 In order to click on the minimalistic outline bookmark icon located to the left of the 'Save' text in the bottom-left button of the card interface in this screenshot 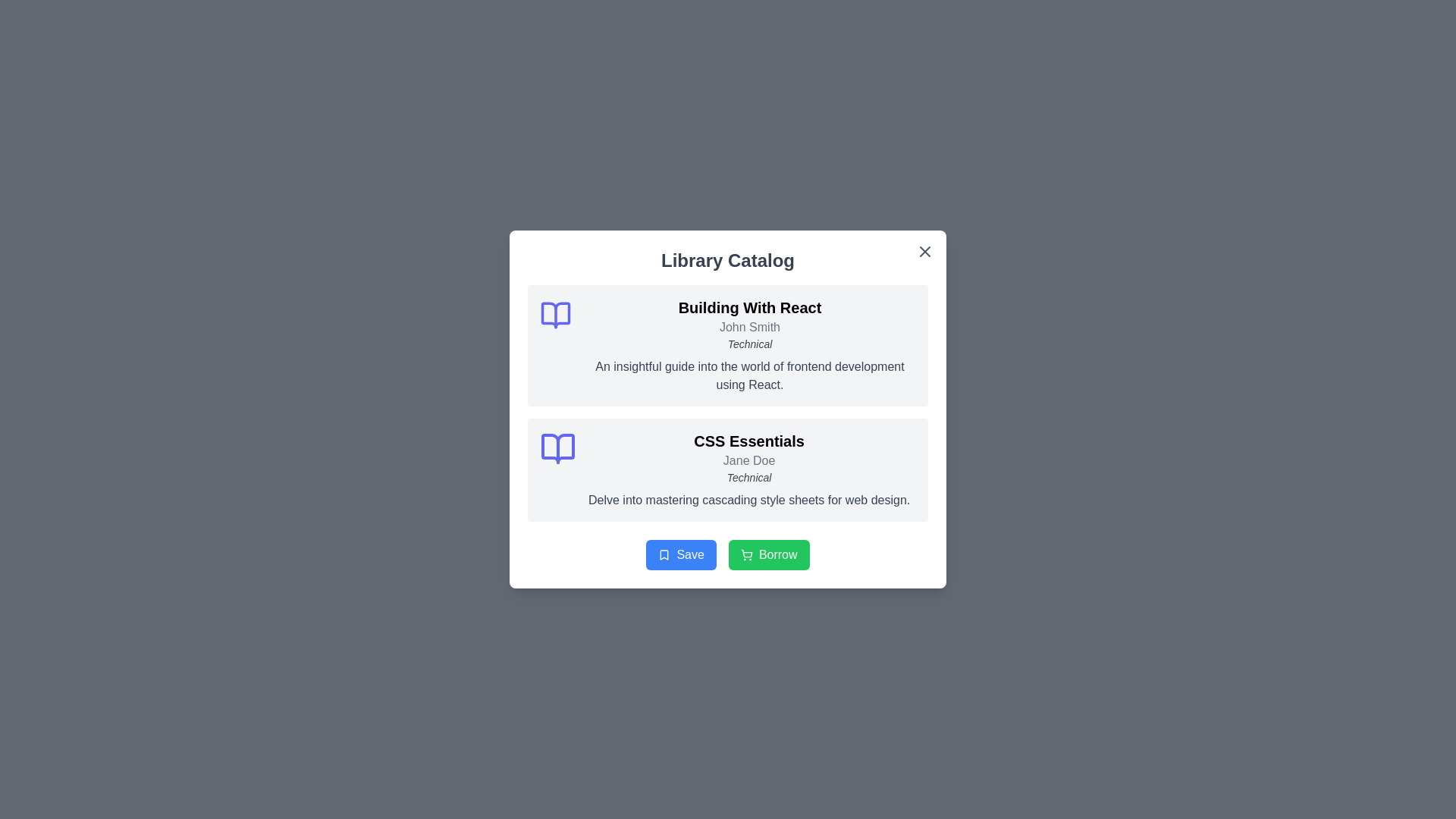, I will do `click(664, 555)`.